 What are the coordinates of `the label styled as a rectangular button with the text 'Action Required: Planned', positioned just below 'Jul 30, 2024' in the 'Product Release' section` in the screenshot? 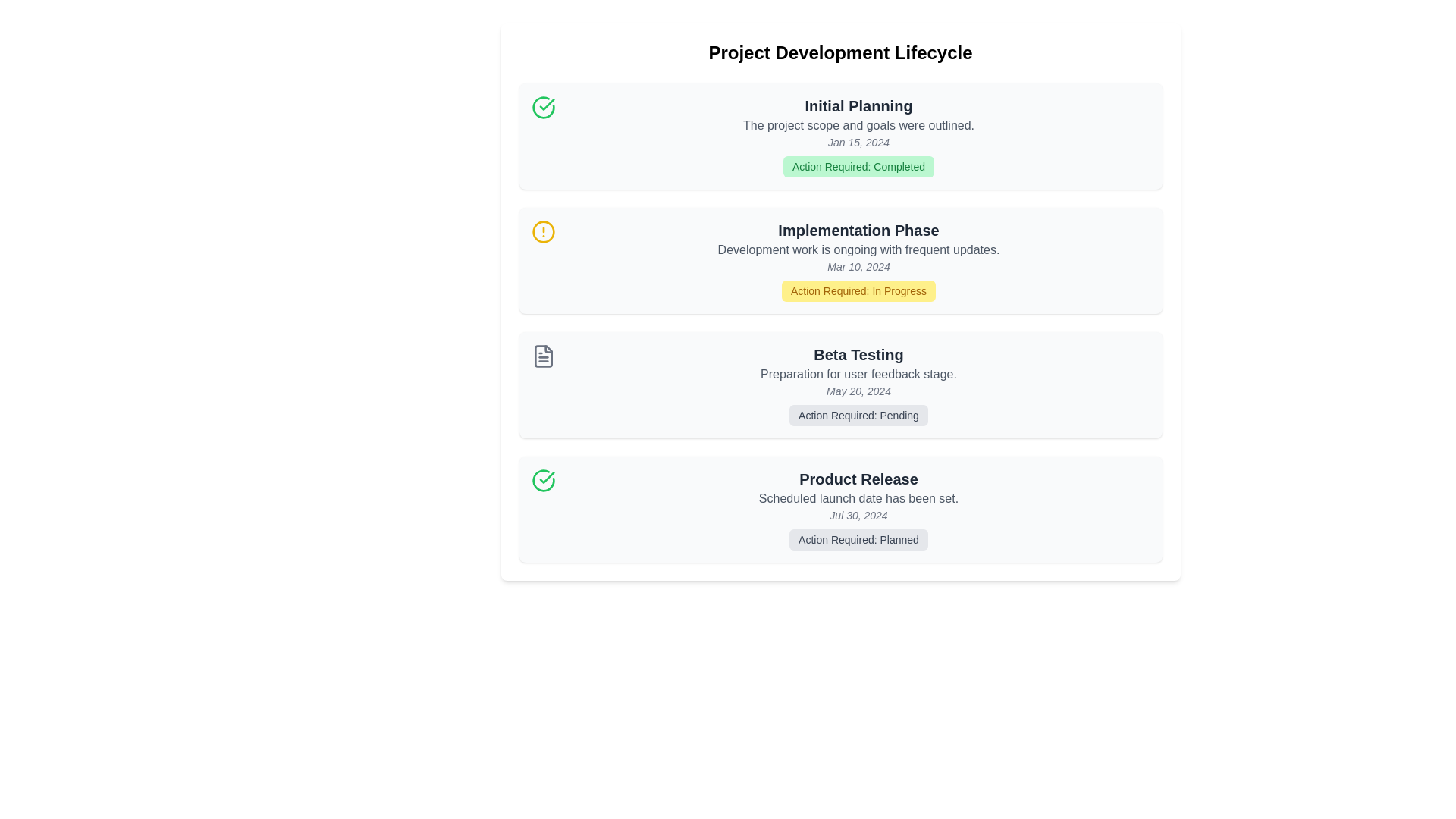 It's located at (858, 539).